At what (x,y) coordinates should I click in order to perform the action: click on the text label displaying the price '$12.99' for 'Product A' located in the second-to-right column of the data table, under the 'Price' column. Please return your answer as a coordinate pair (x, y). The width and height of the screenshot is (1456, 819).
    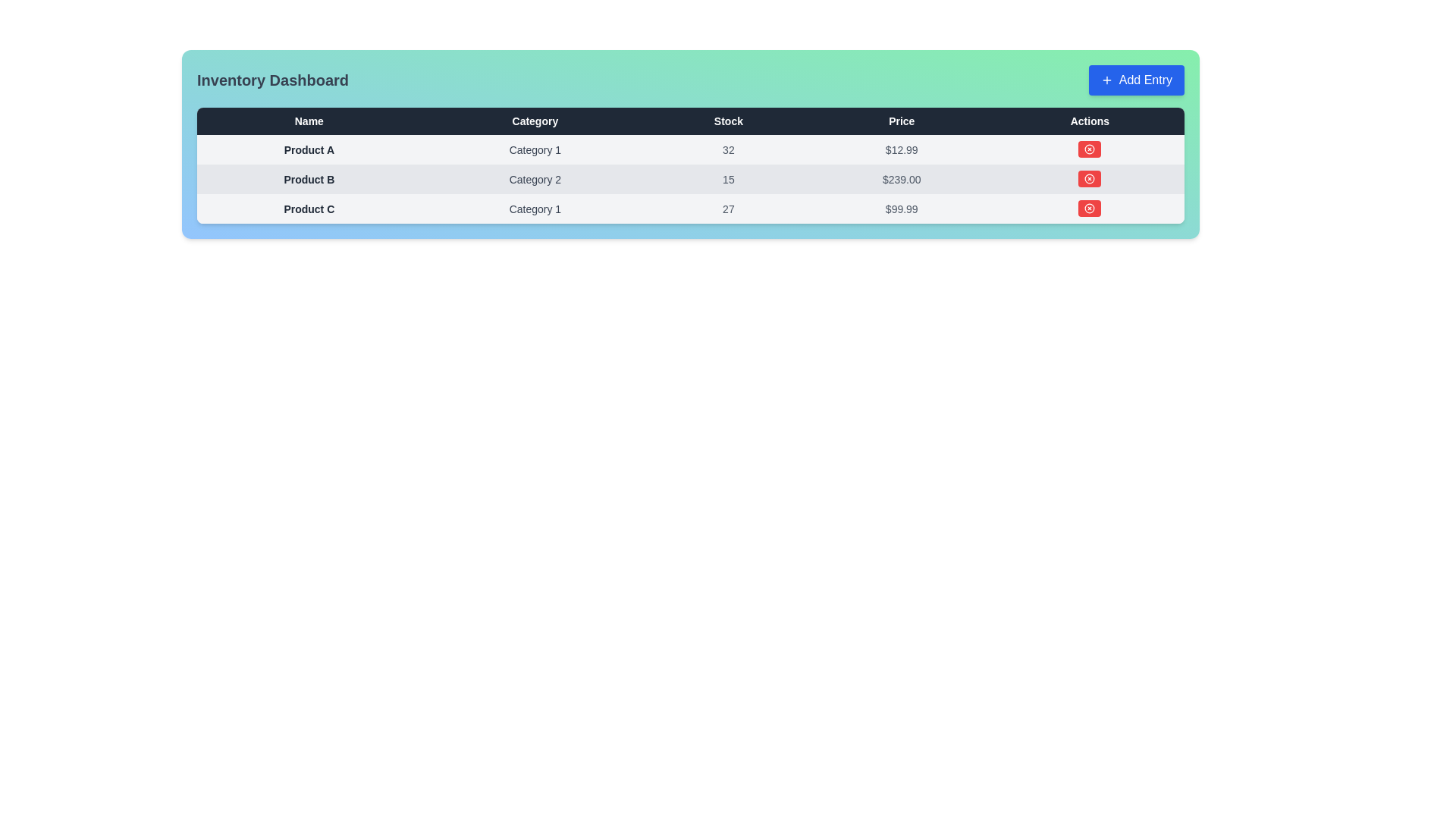
    Looking at the image, I should click on (902, 149).